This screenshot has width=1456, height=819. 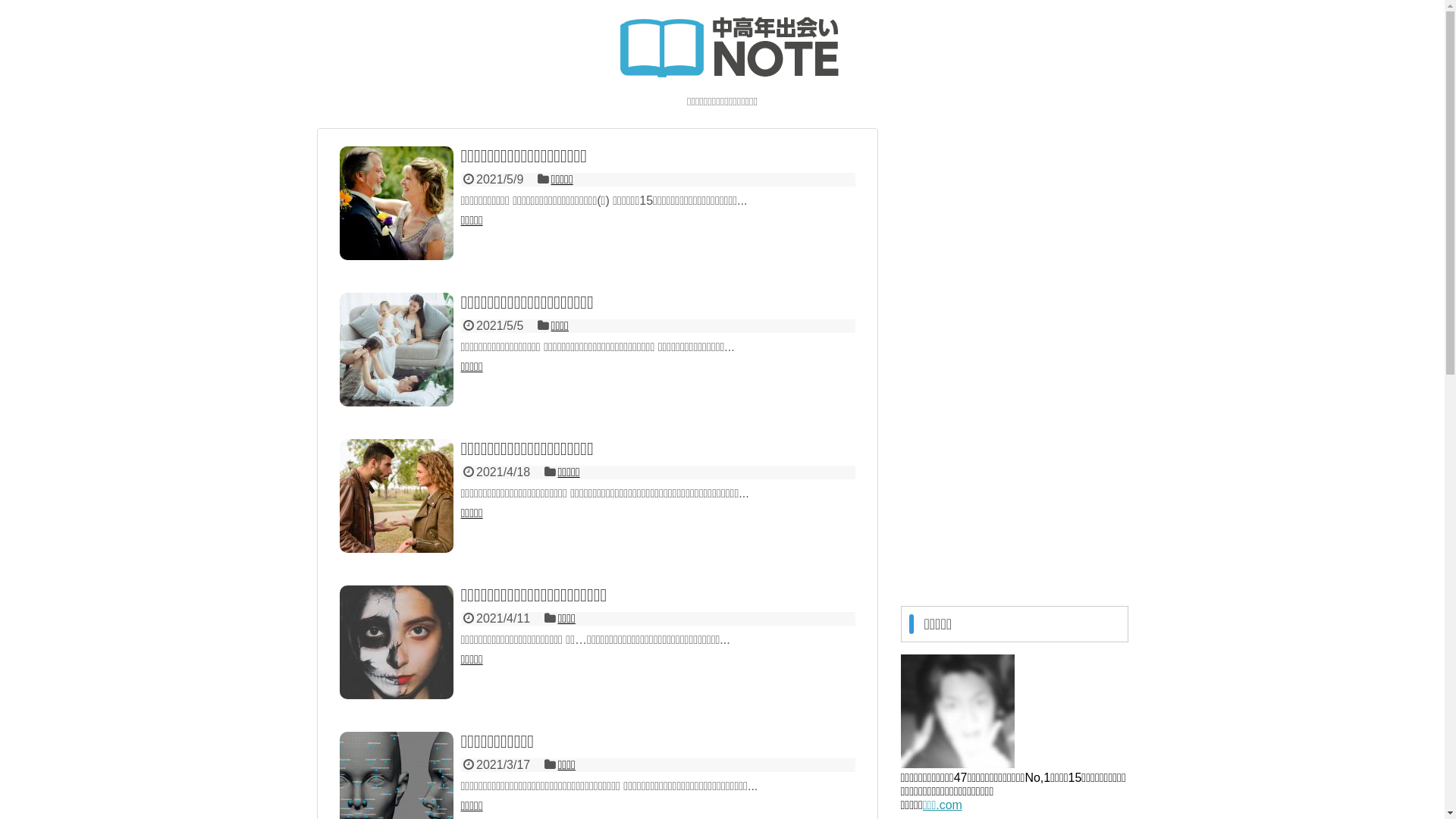 What do you see at coordinates (1015, 356) in the screenshot?
I see `'Advertisement'` at bounding box center [1015, 356].